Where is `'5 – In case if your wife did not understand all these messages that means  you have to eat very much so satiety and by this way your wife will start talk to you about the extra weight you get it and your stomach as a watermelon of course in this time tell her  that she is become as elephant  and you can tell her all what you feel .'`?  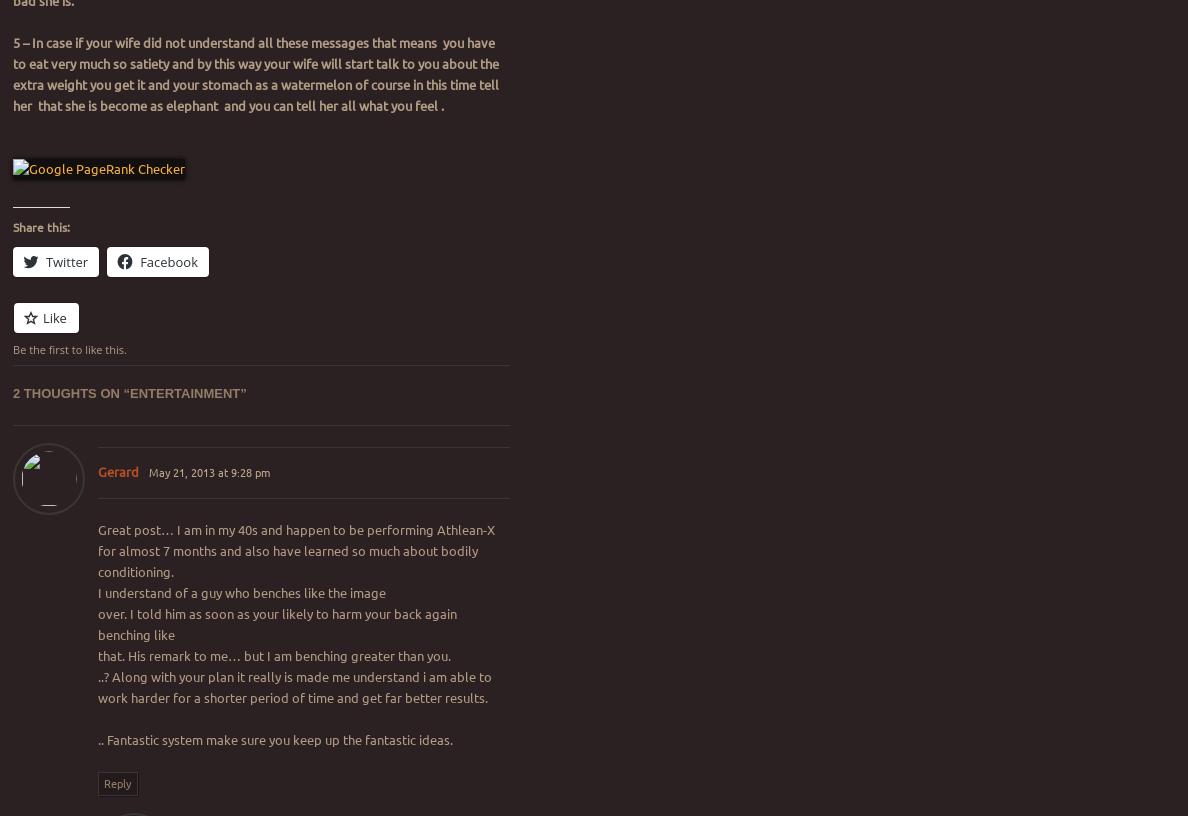 '5 – In case if your wife did not understand all these messages that means  you have to eat very much so satiety and by this way your wife will start talk to you about the extra weight you get it and your stomach as a watermelon of course in this time tell her  that she is become as elephant  and you can tell her all what you feel .' is located at coordinates (256, 73).